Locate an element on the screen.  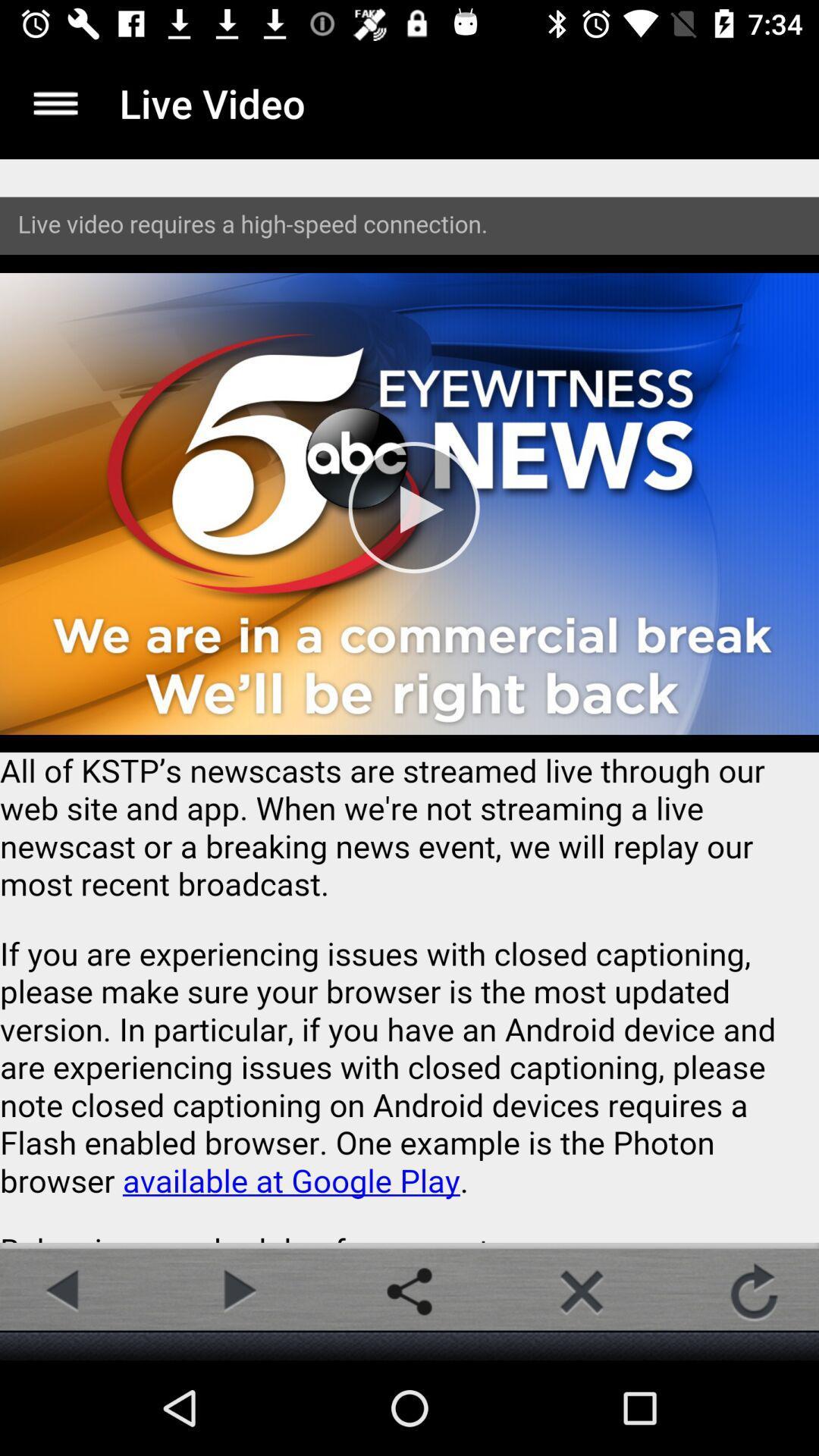
the arrow_backward icon is located at coordinates (64, 1291).